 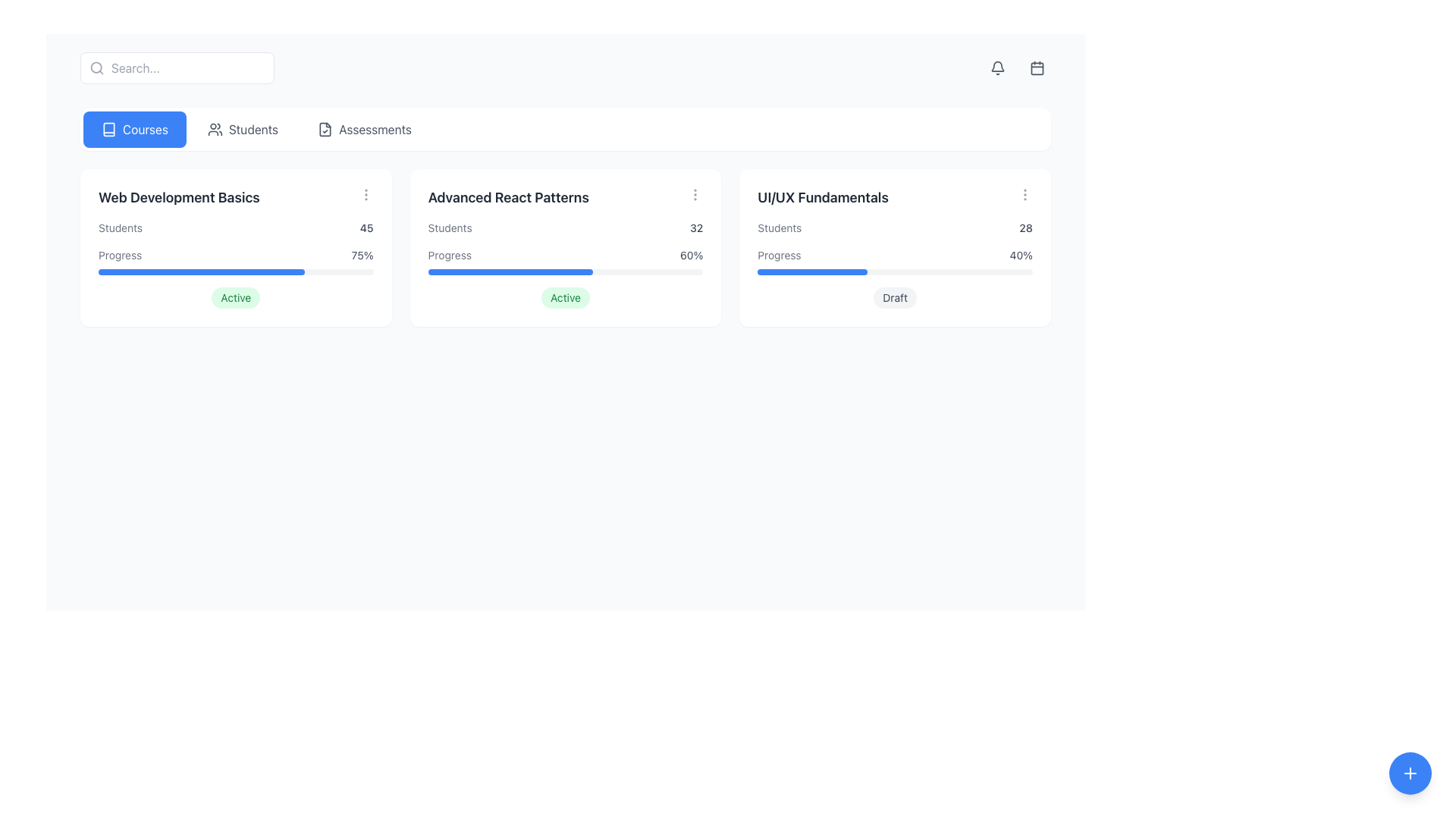 I want to click on the open book icon associated with the 'Courses' button, which is positioned at the top-left section of the interface, so click(x=108, y=128).